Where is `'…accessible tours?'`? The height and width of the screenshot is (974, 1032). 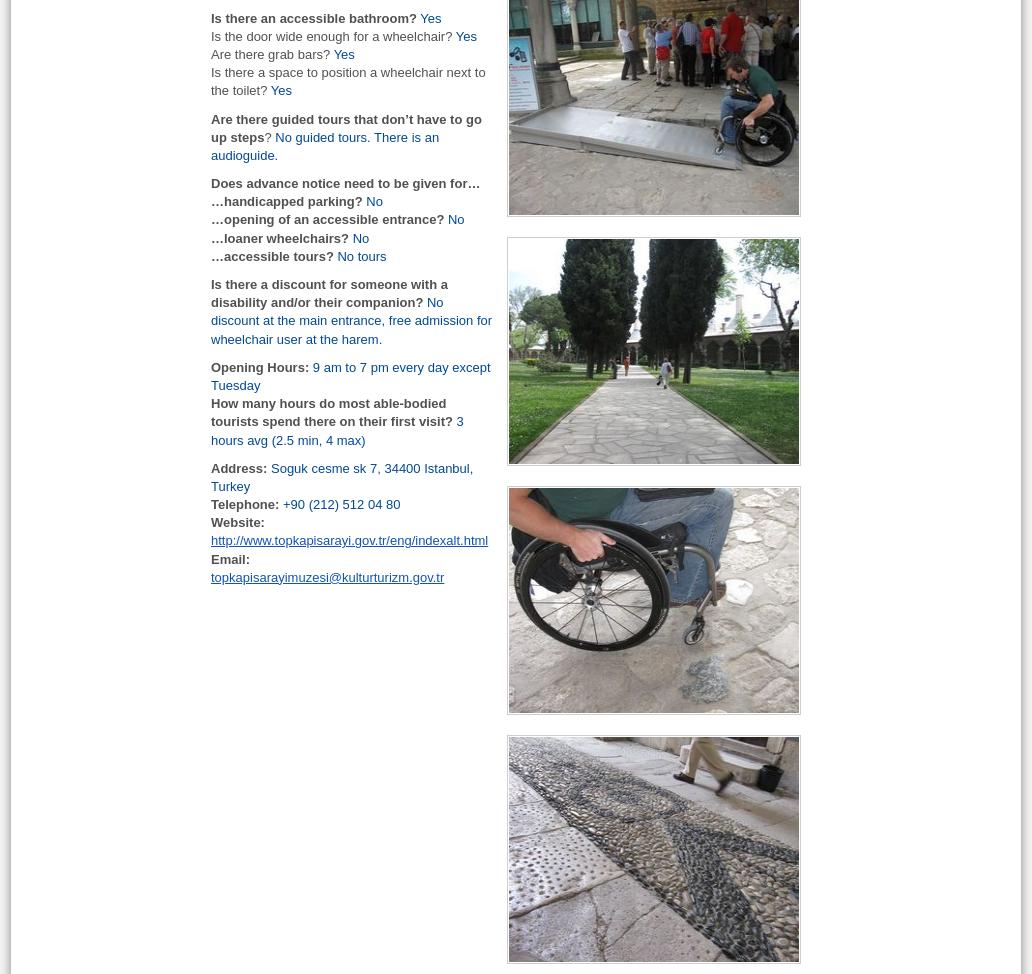
'…accessible tours?' is located at coordinates (272, 254).